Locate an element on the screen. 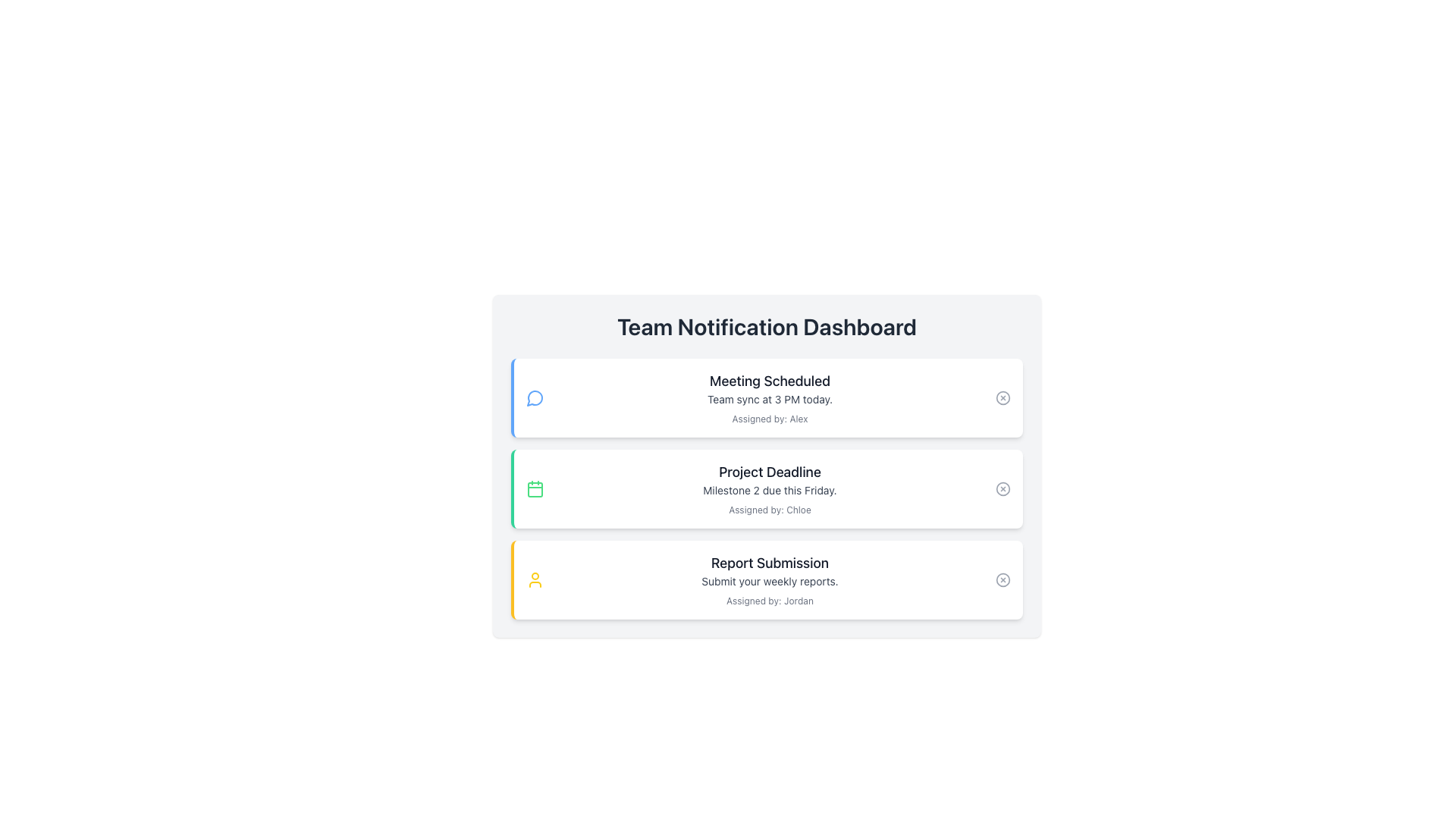  the title element in the second section of the dashboard list that provides information about the project deadline, located above 'Milestone 2 due this Friday.' is located at coordinates (770, 472).